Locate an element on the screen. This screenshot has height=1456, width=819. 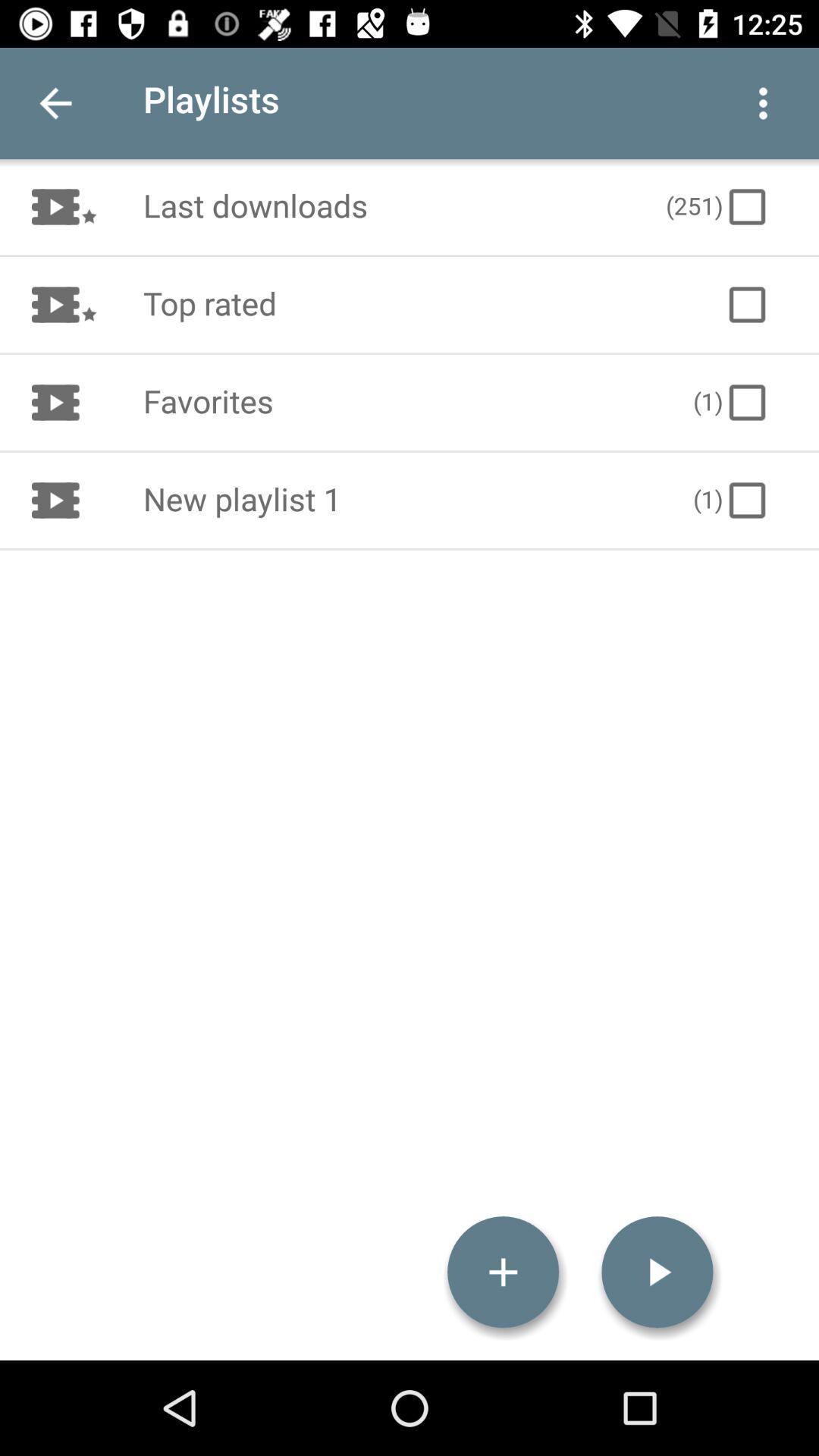
item next to last downloads item is located at coordinates (717, 206).